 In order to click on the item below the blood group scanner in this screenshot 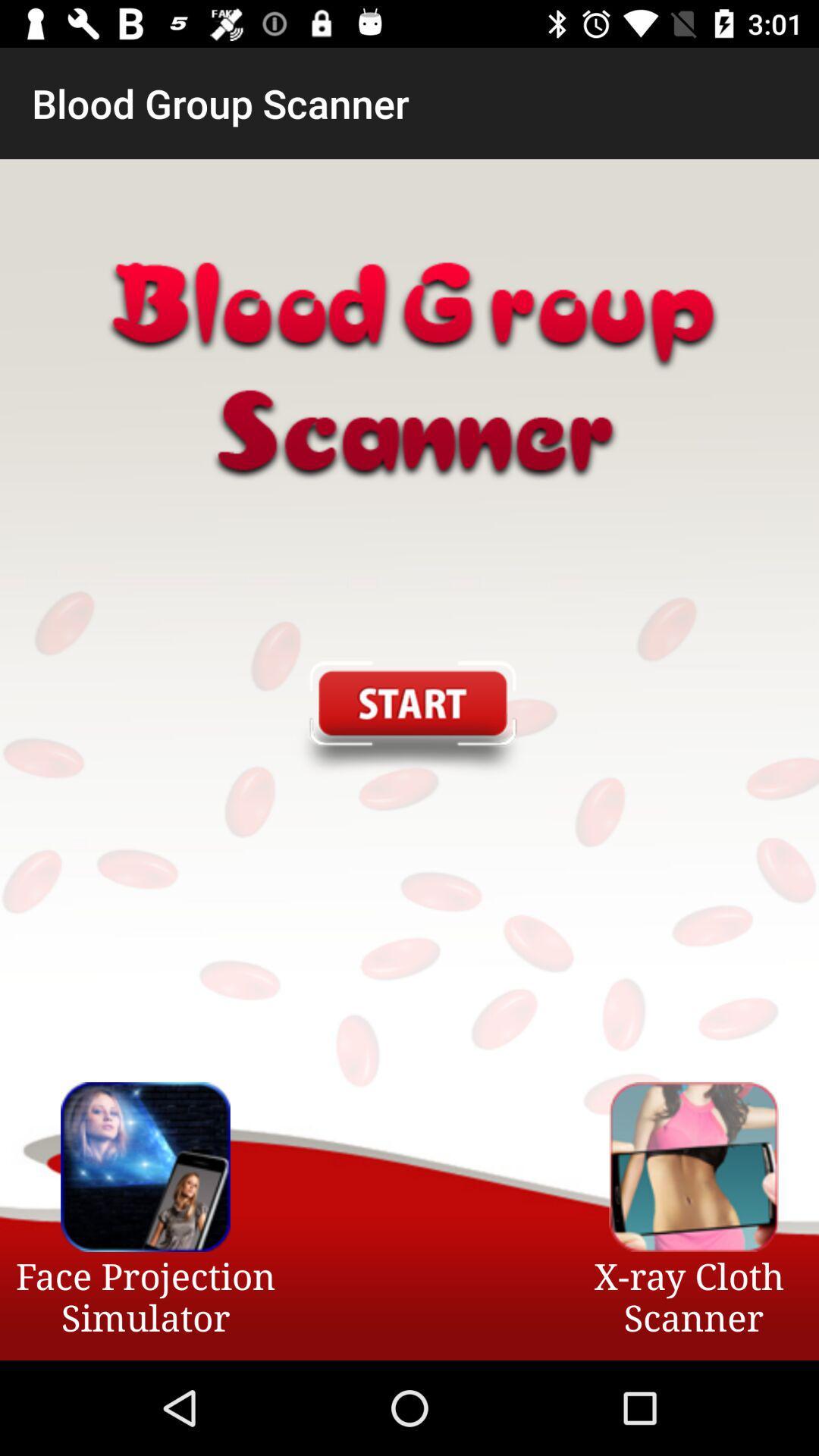, I will do `click(408, 719)`.